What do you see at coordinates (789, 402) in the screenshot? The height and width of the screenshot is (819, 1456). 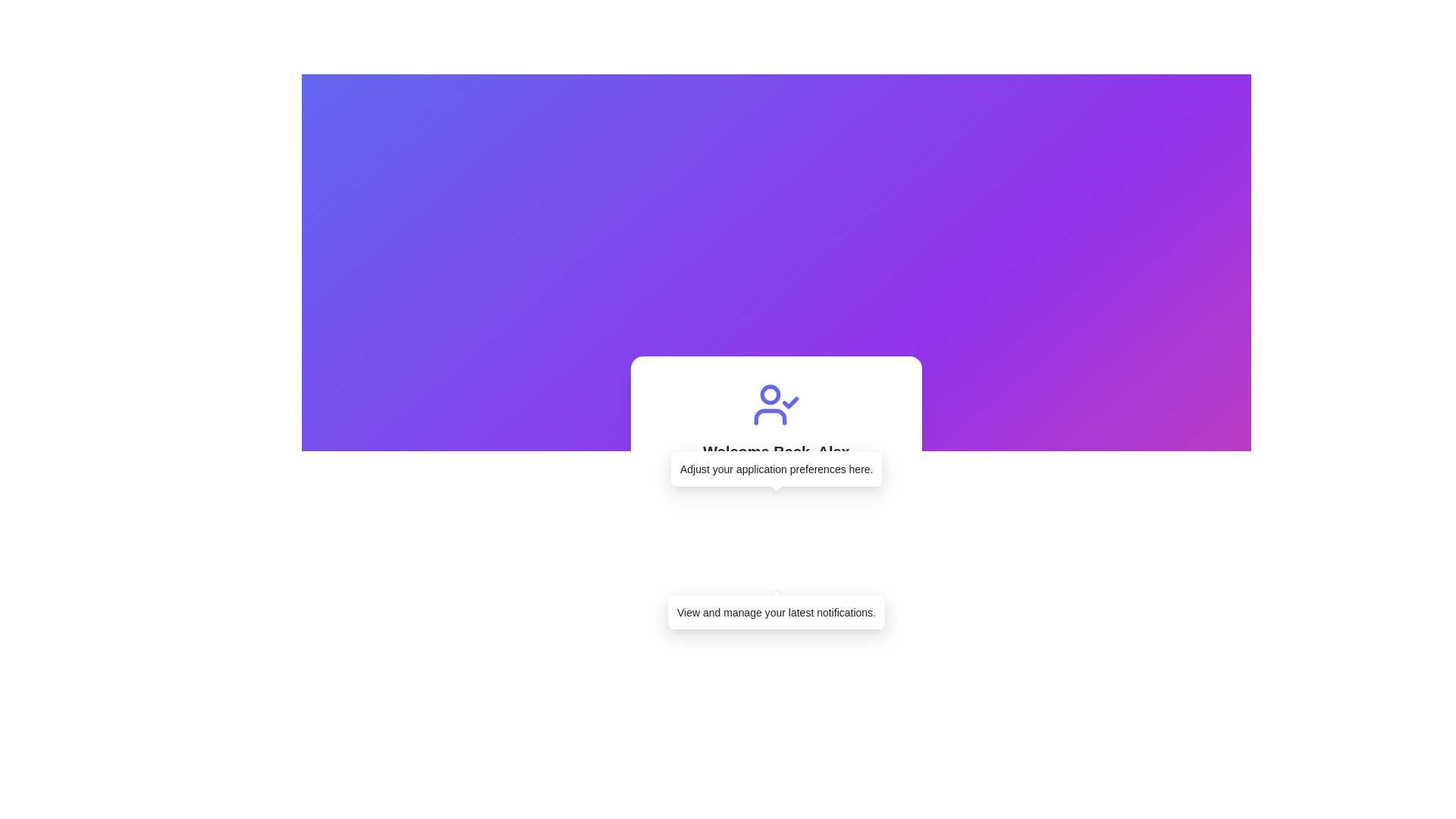 I see `the checkmark icon, which is a blue SVG element overlaying the user icon's right shoulder` at bounding box center [789, 402].